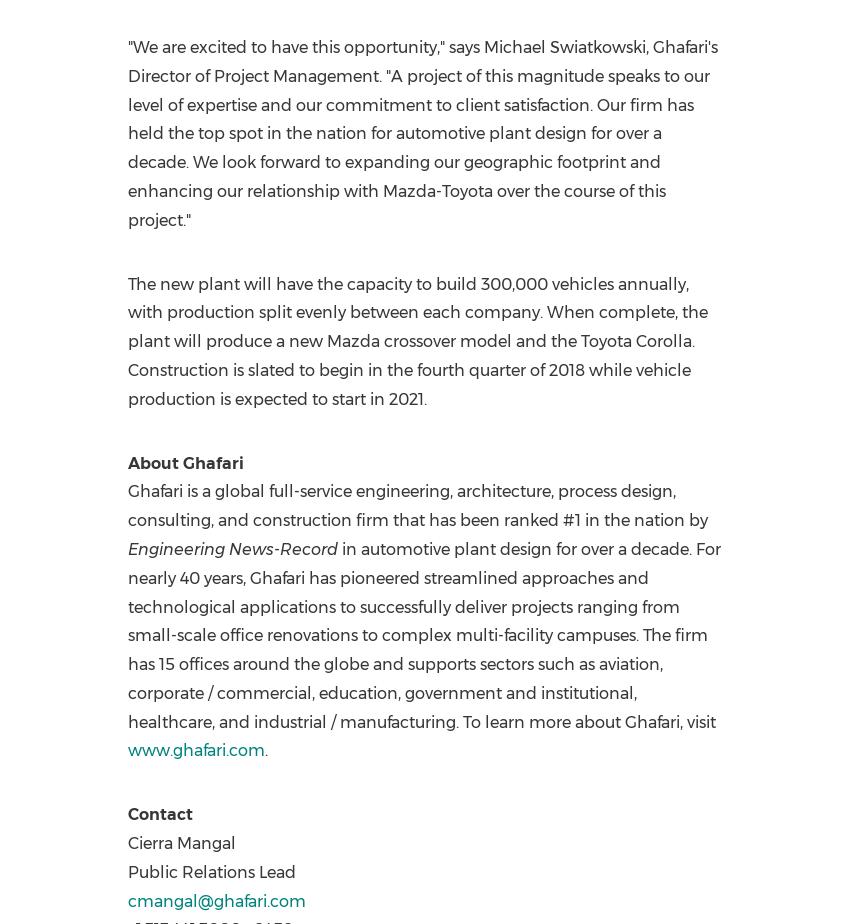 Image resolution: width=850 pixels, height=924 pixels. What do you see at coordinates (215, 900) in the screenshot?
I see `'cmangal@ghafari.com'` at bounding box center [215, 900].